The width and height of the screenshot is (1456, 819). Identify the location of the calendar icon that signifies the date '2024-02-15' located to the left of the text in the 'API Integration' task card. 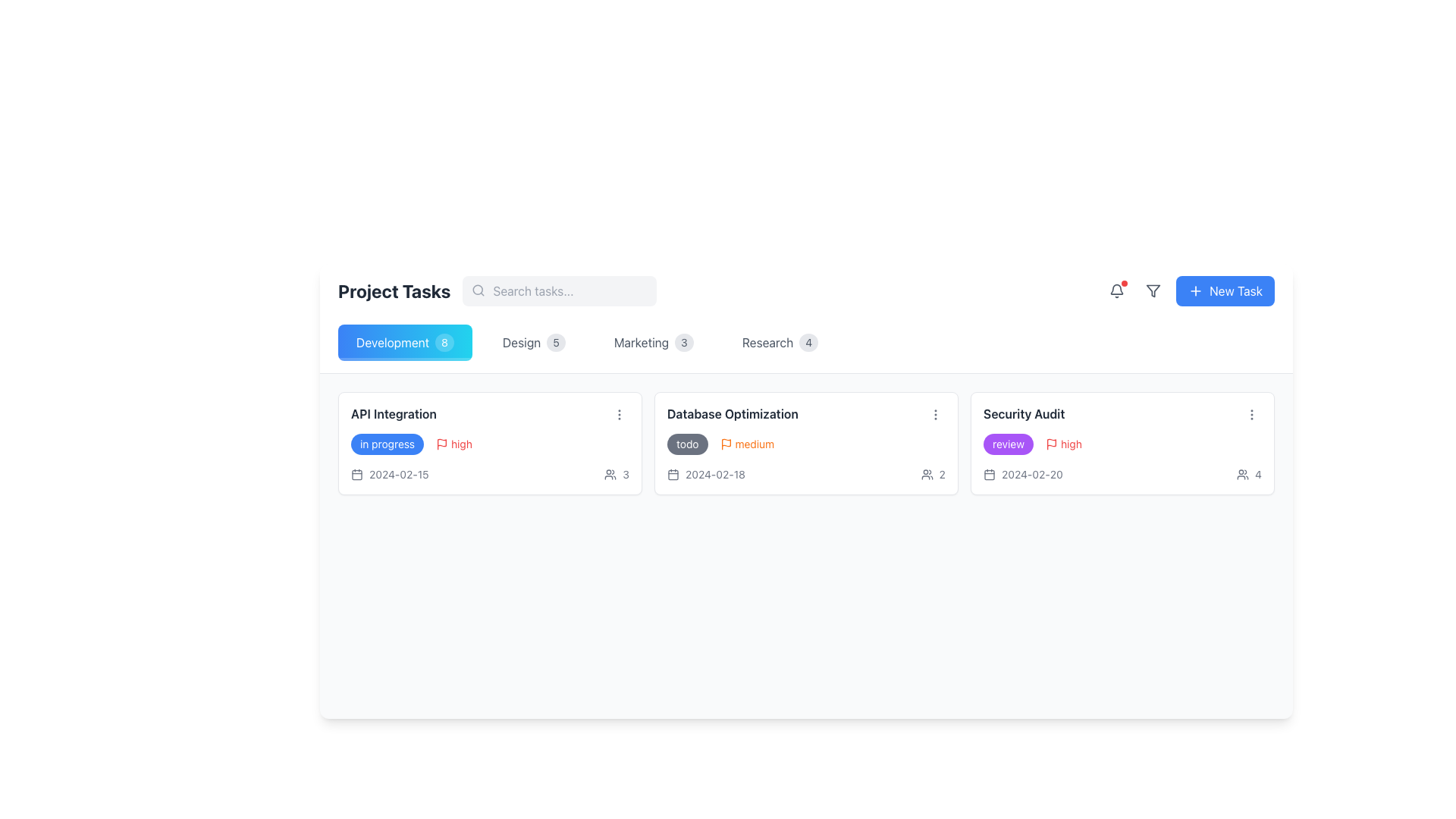
(356, 473).